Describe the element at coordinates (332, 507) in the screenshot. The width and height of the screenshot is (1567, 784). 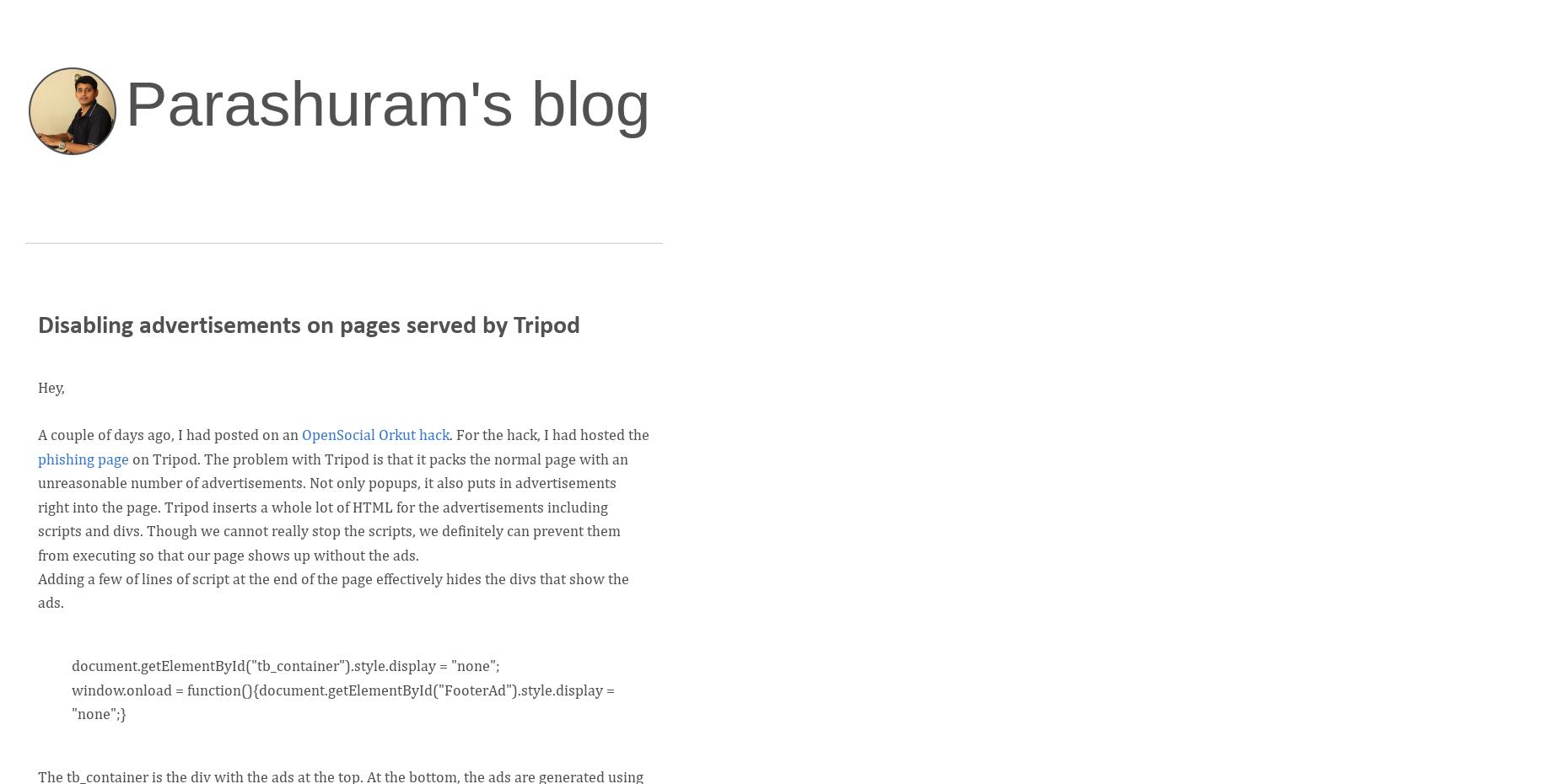
I see `'on Tripod. The problem with Tripod is that it packs the normal page with an unreasonable number of advertisements. Not only popups, it also puts in advertisements right into the page. Tripod inserts a whole lot of HTML for the advertisements including scripts and divs. Though we cannot really stop the scripts, we definitely can prevent them from executing so that our page shows up without the ads.'` at that location.